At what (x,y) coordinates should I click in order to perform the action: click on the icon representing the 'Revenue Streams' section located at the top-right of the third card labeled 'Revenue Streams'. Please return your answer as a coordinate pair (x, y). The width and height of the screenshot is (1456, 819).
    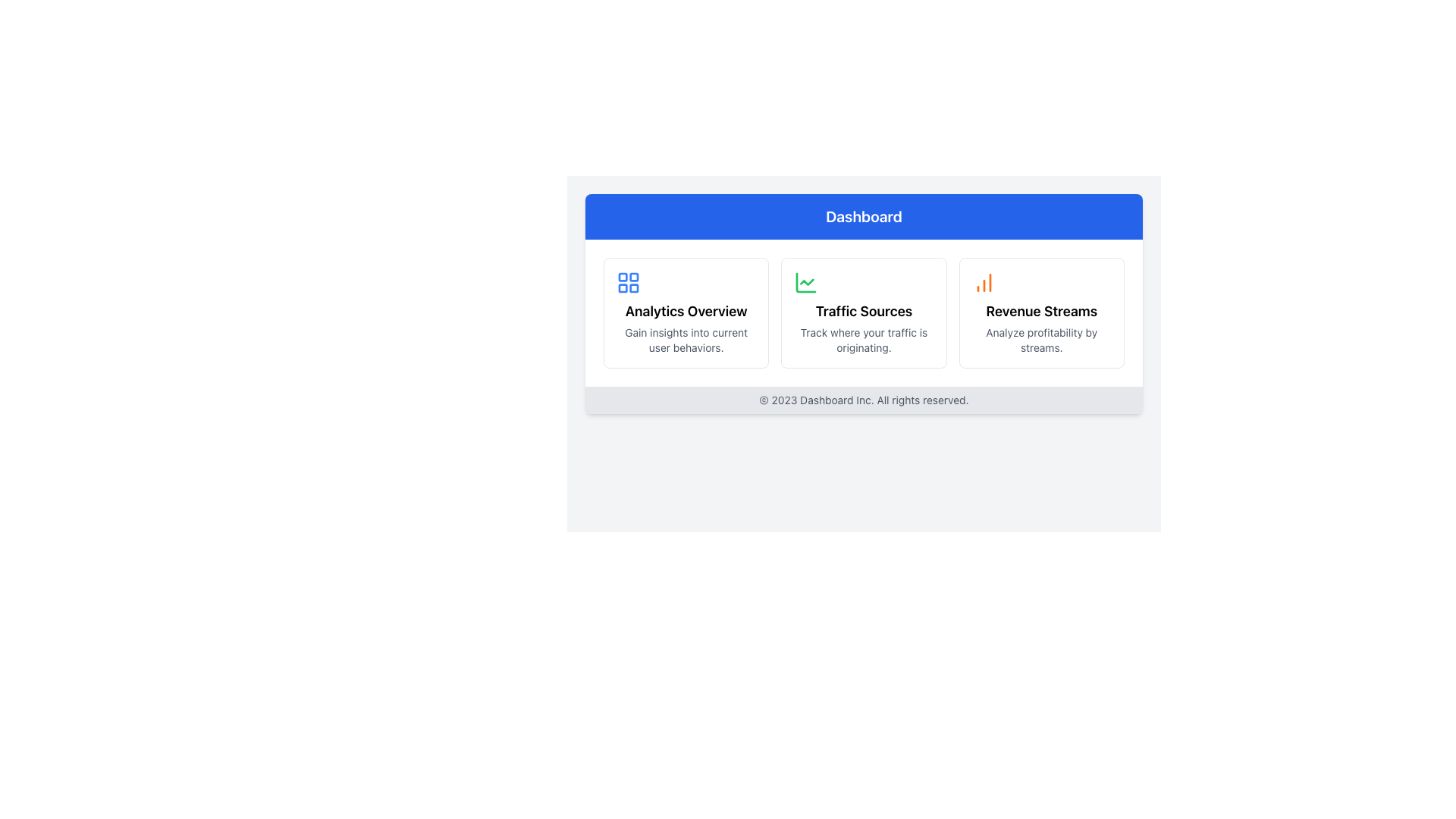
    Looking at the image, I should click on (984, 283).